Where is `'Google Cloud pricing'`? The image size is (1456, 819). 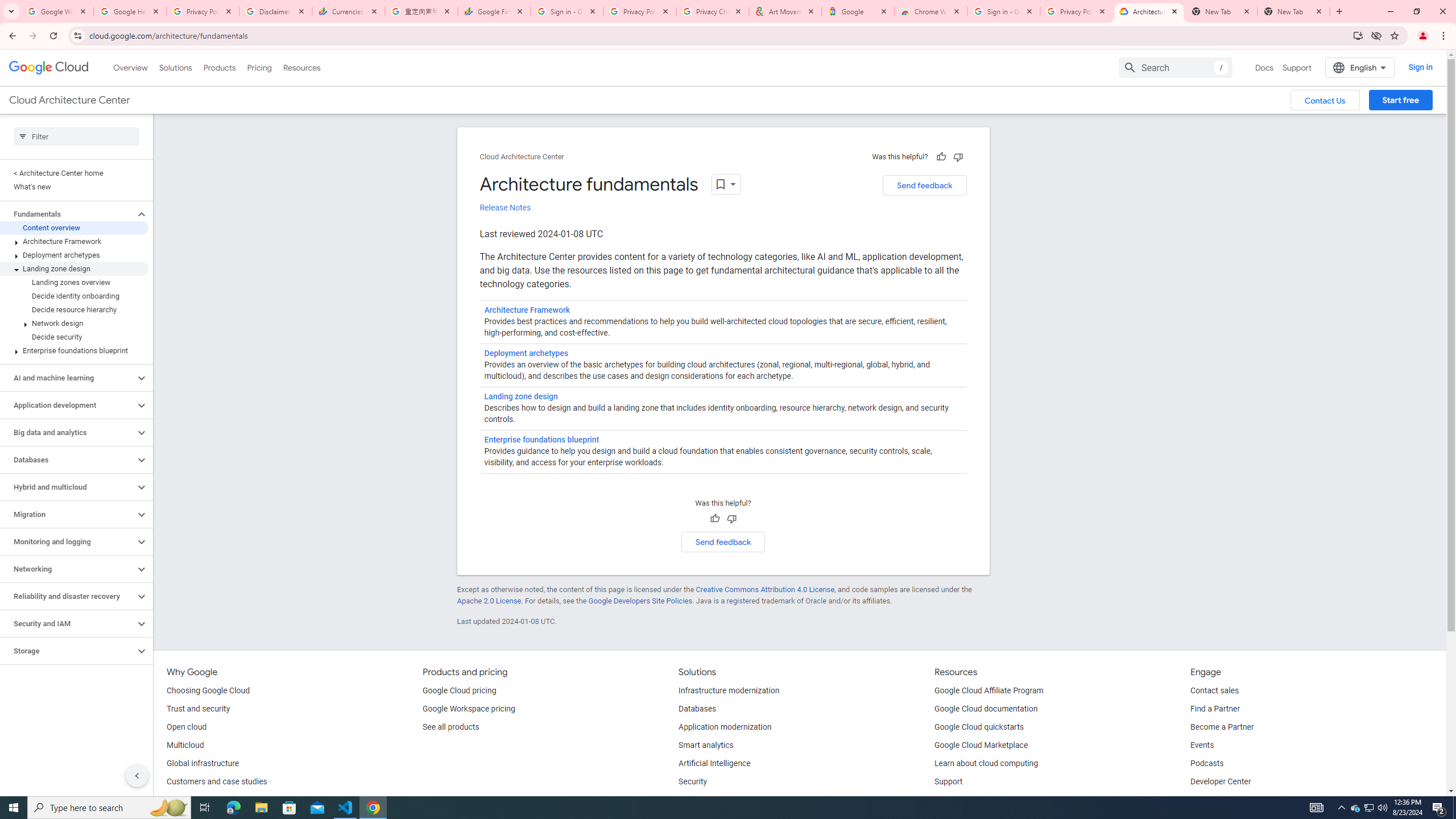 'Google Cloud pricing' is located at coordinates (459, 690).